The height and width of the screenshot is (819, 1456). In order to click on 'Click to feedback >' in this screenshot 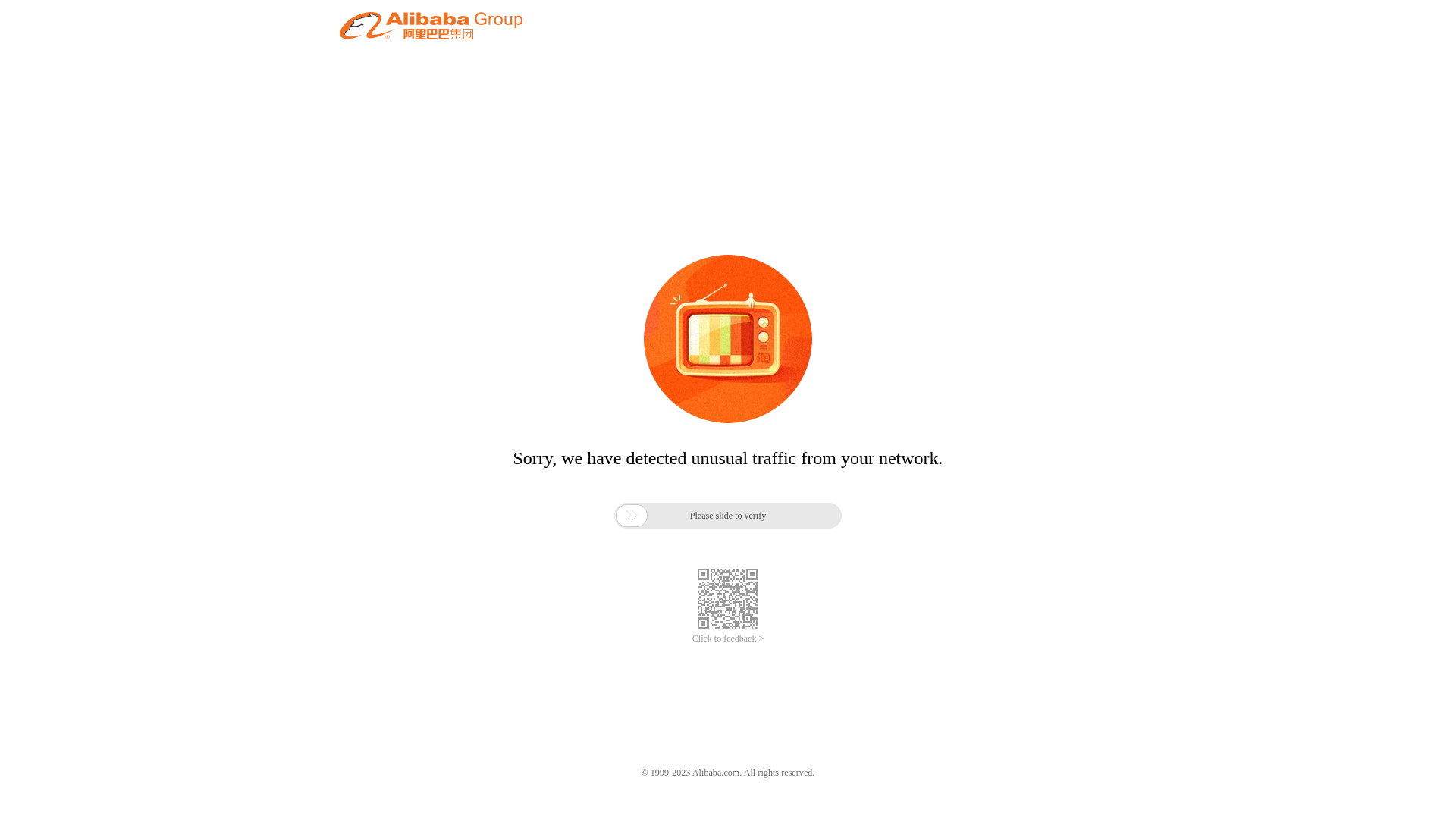, I will do `click(728, 639)`.